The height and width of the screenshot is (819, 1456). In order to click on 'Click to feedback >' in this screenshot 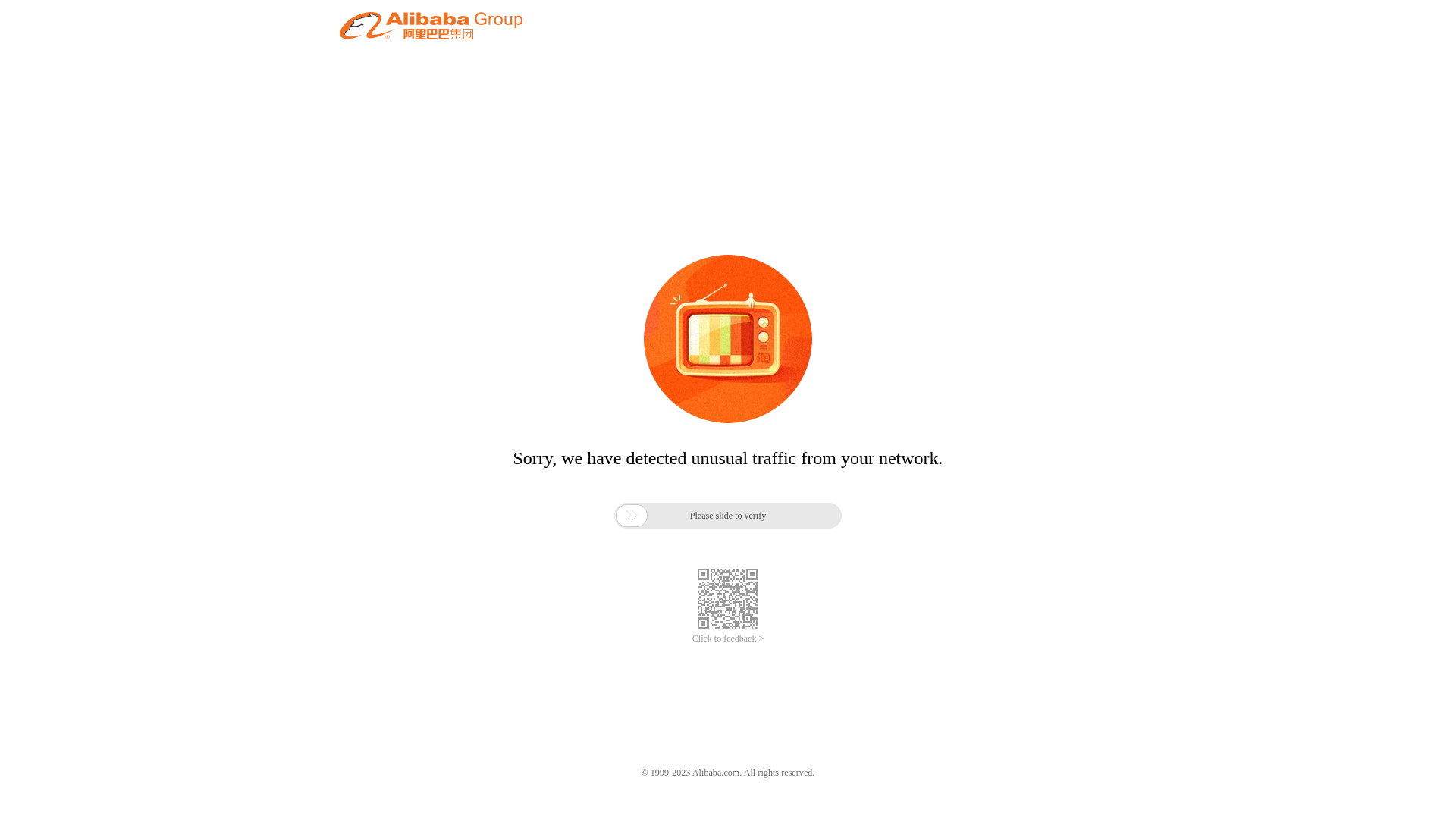, I will do `click(728, 639)`.